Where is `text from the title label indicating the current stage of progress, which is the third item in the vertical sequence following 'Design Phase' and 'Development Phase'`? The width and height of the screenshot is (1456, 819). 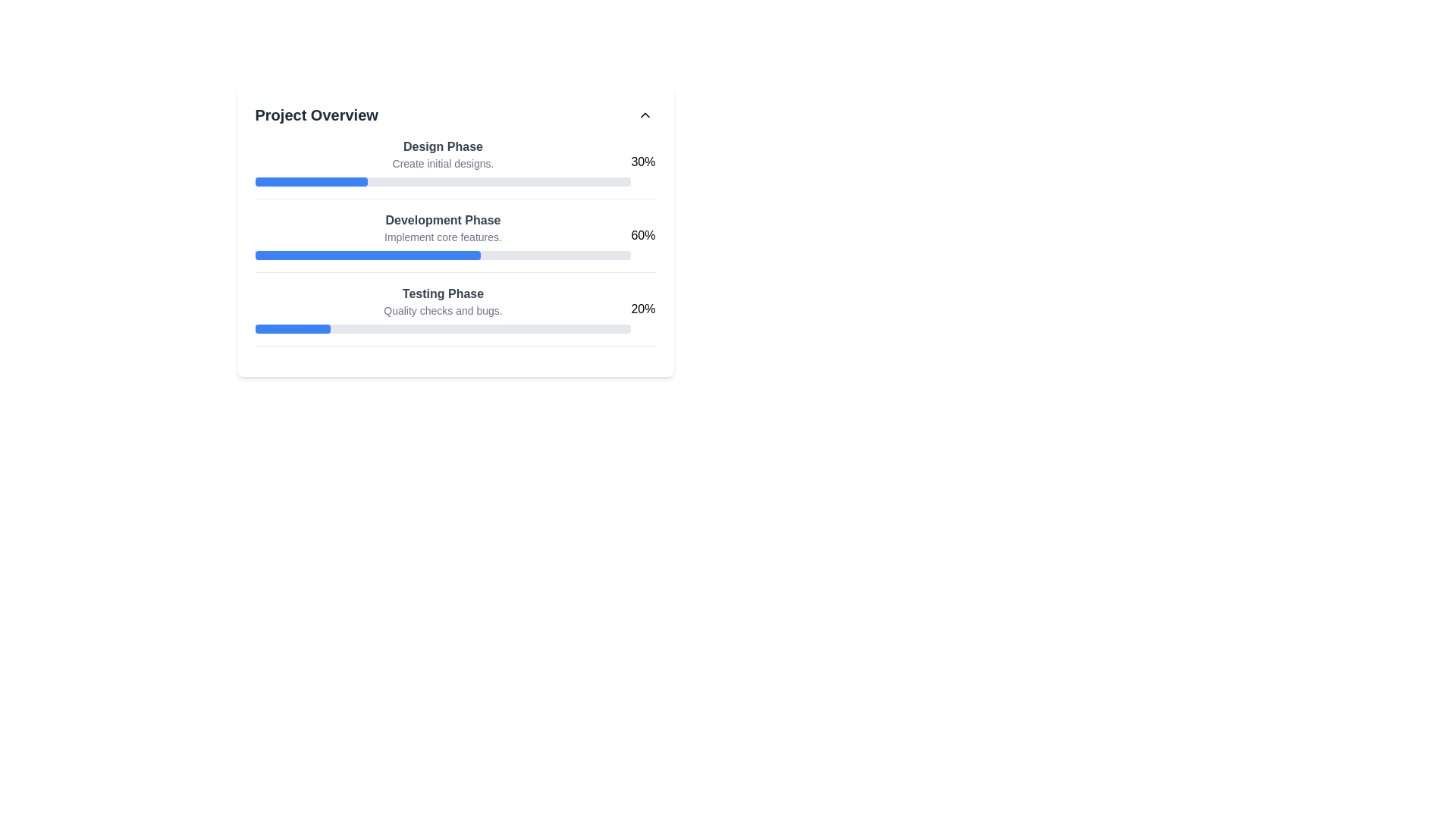
text from the title label indicating the current stage of progress, which is the third item in the vertical sequence following 'Design Phase' and 'Development Phase' is located at coordinates (442, 294).